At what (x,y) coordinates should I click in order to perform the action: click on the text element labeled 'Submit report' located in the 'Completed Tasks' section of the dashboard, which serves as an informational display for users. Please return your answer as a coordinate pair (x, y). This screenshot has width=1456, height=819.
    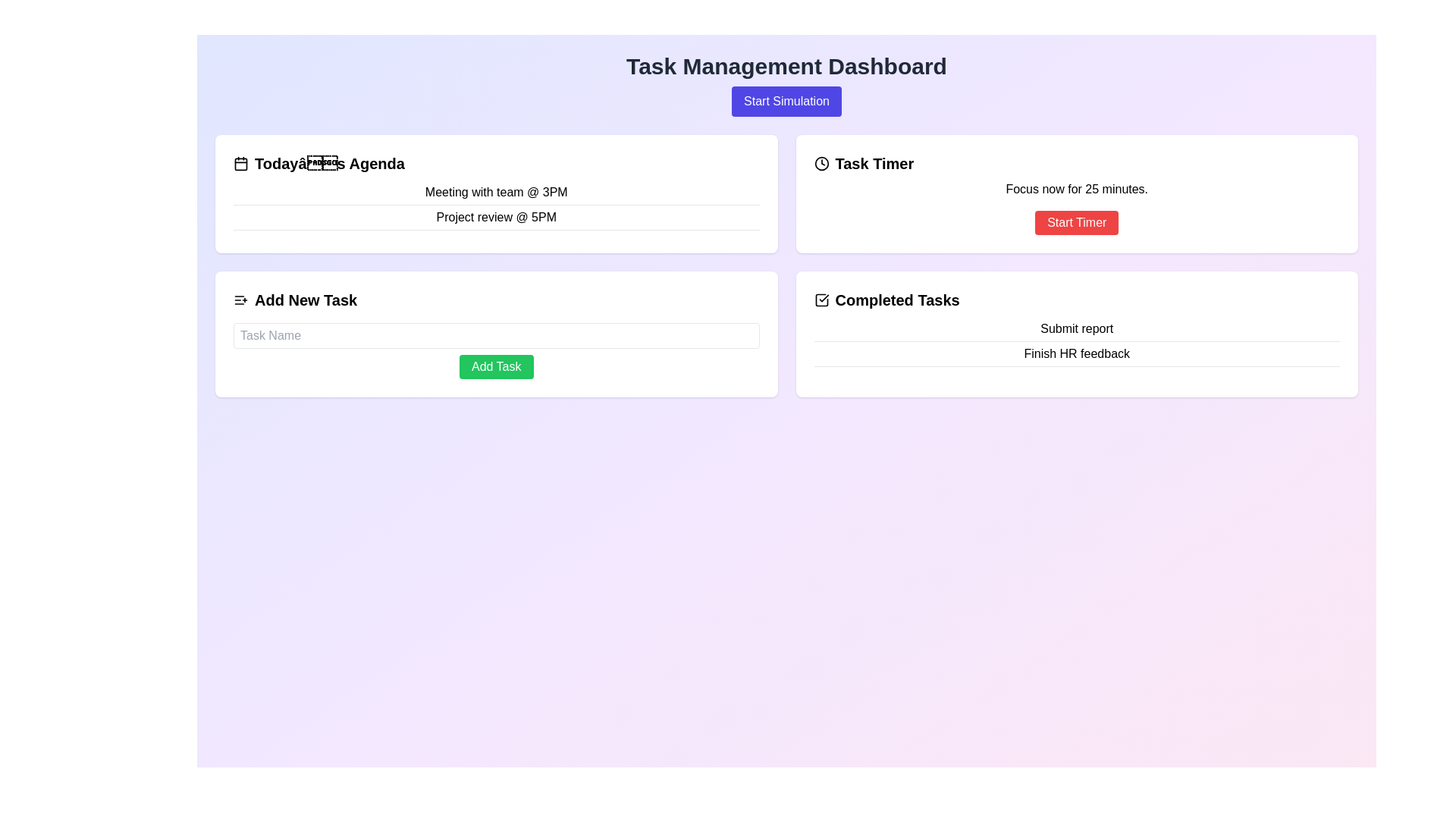
    Looking at the image, I should click on (1076, 328).